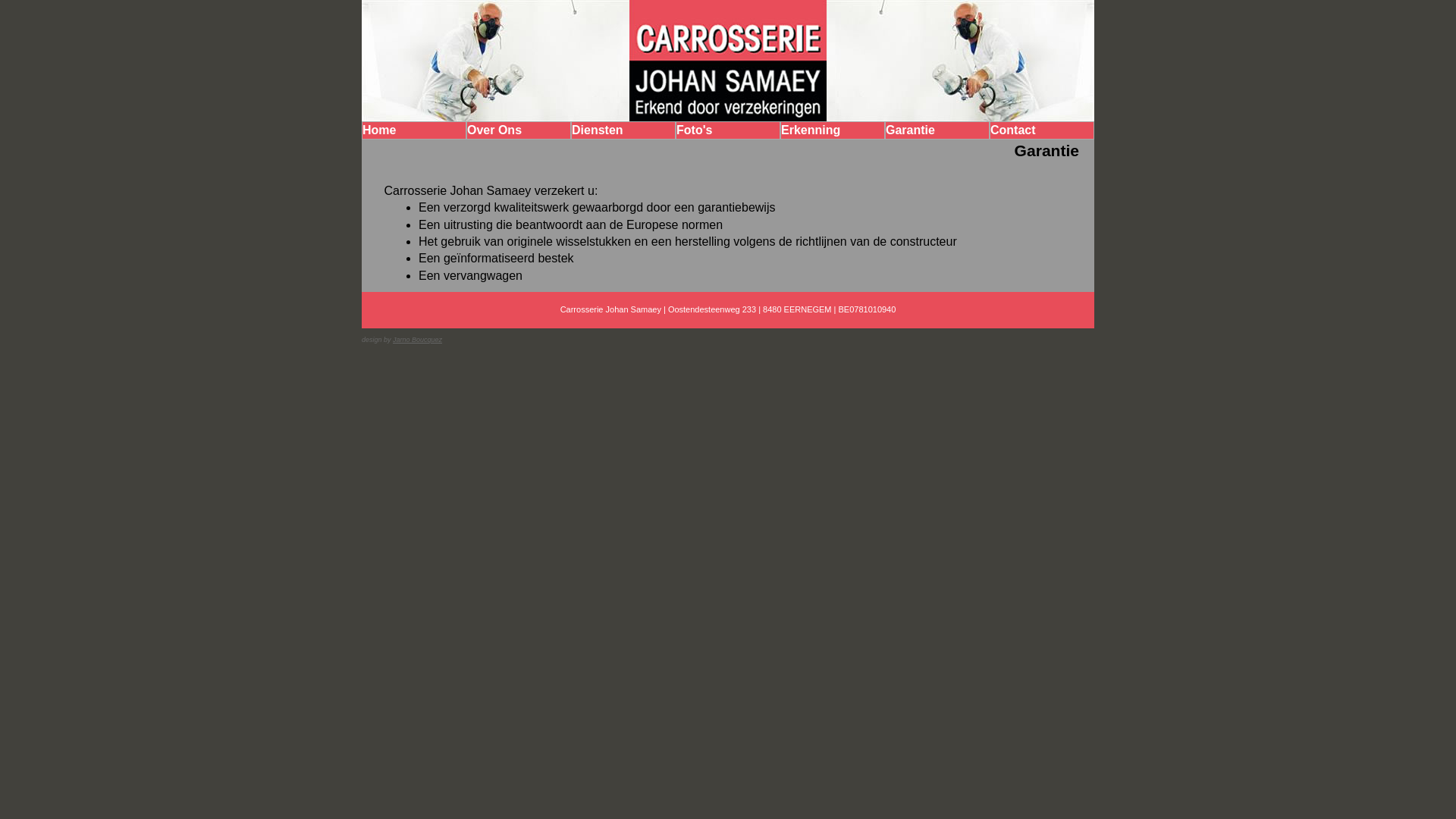 This screenshot has height=819, width=1456. I want to click on 'Home', so click(414, 130).